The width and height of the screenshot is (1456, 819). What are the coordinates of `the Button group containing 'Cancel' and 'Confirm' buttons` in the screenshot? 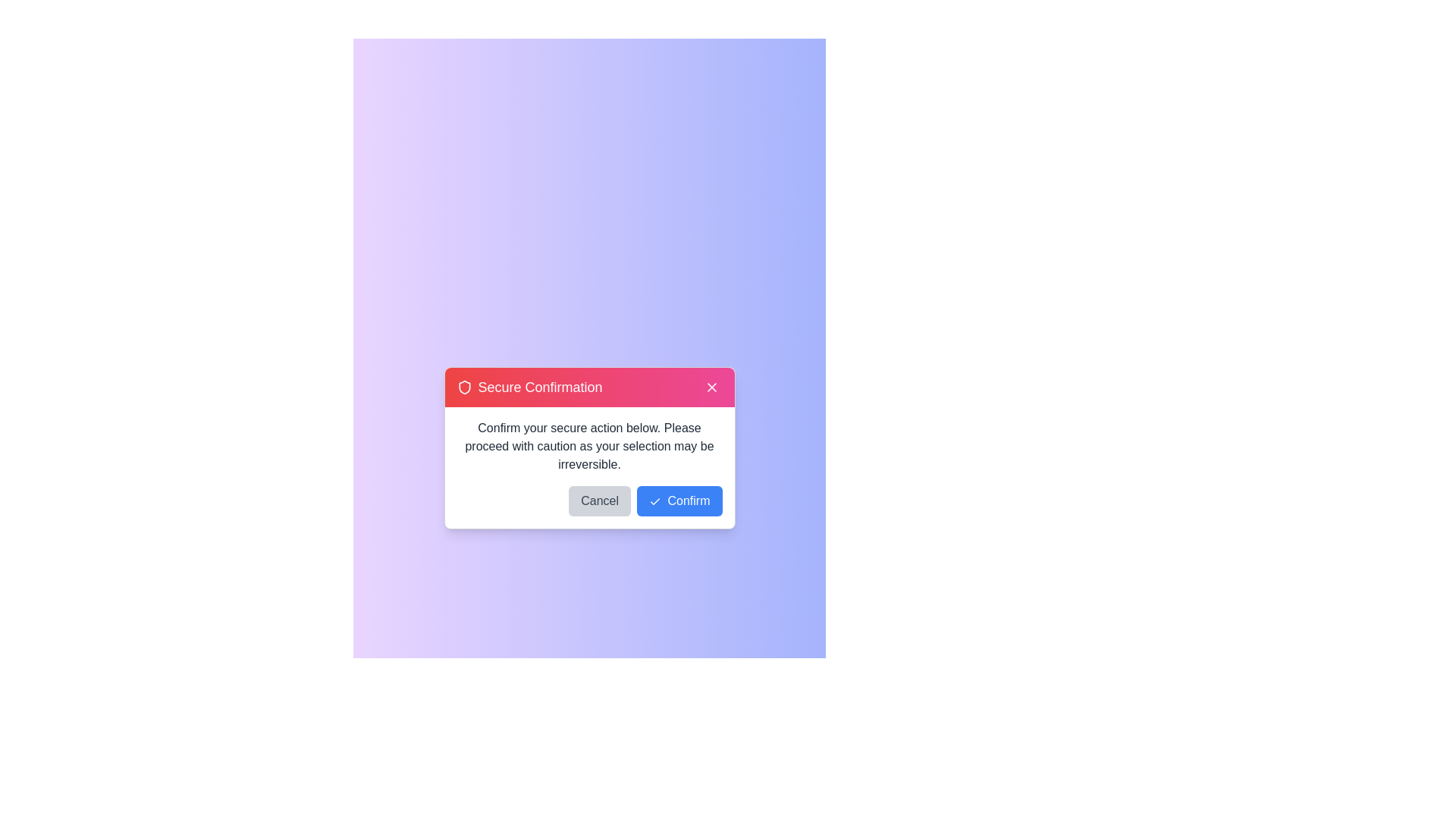 It's located at (588, 507).